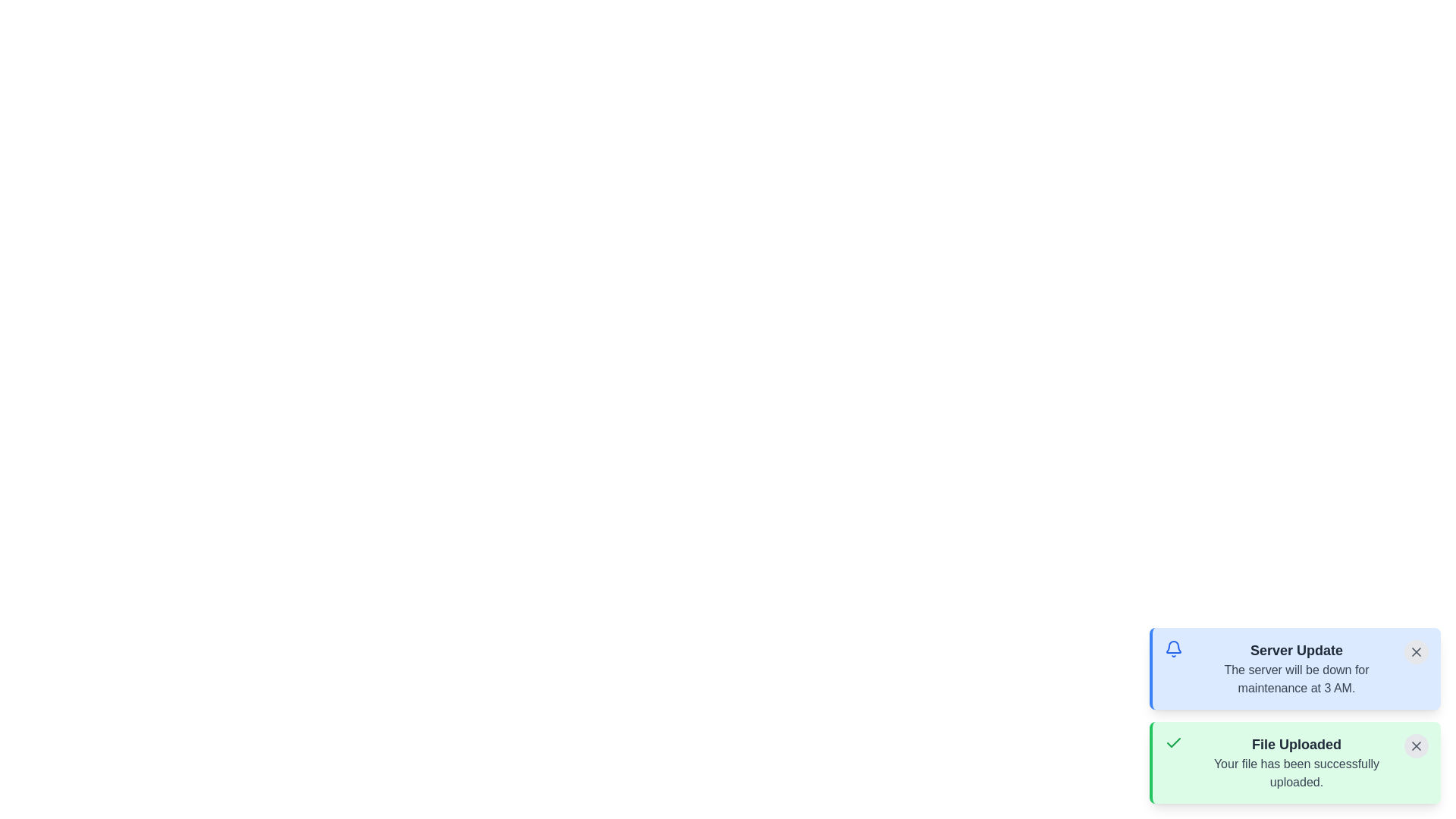  I want to click on the circular close icon button with a cross symbol located in the top-right corner of the 'Server Update' notification card, so click(1415, 651).